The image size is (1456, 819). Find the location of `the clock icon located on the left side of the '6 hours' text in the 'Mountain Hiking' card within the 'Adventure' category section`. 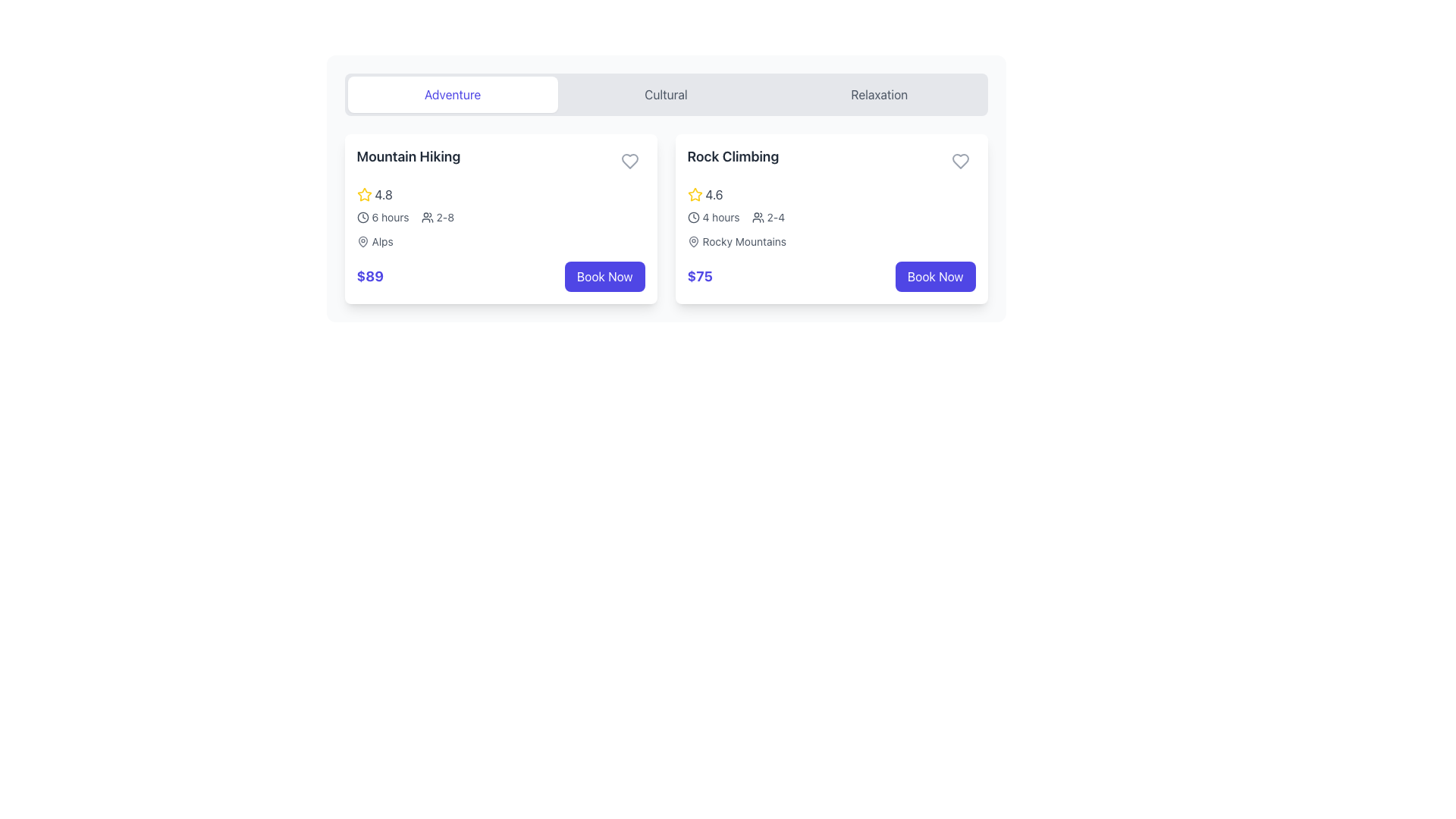

the clock icon located on the left side of the '6 hours' text in the 'Mountain Hiking' card within the 'Adventure' category section is located at coordinates (362, 217).